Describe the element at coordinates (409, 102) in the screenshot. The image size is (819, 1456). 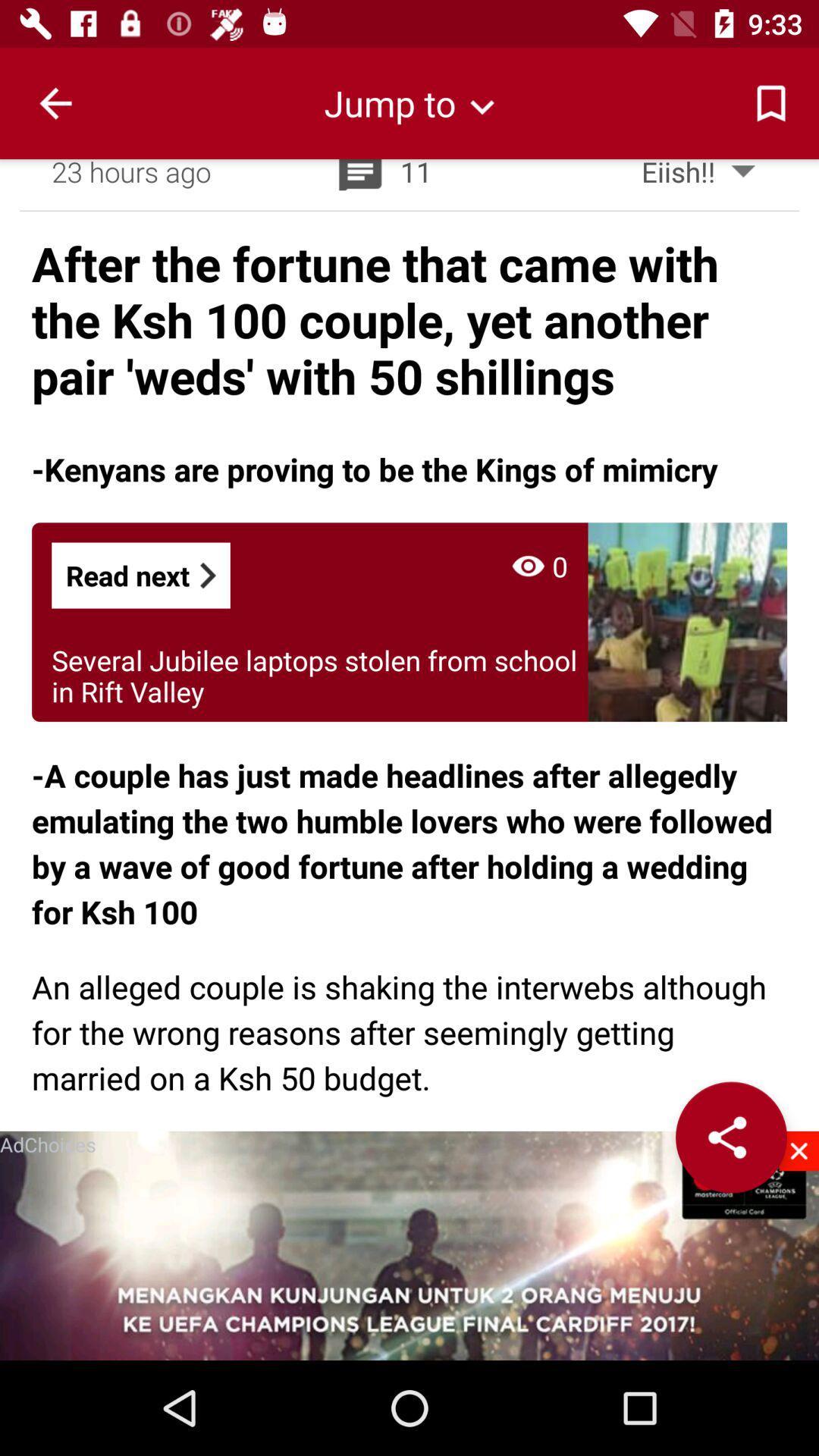
I see `jump to next publication` at that location.